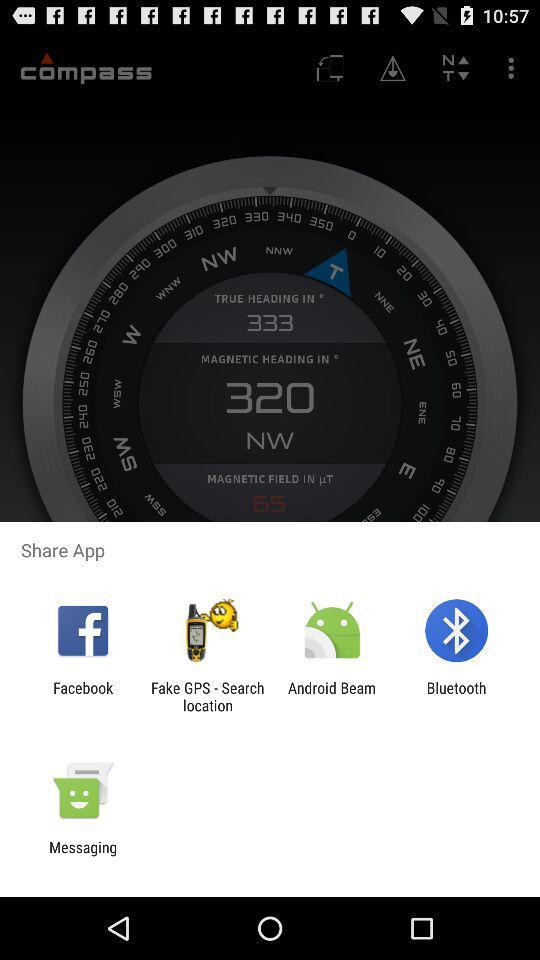 This screenshot has width=540, height=960. Describe the element at coordinates (206, 696) in the screenshot. I see `the item next to android beam` at that location.